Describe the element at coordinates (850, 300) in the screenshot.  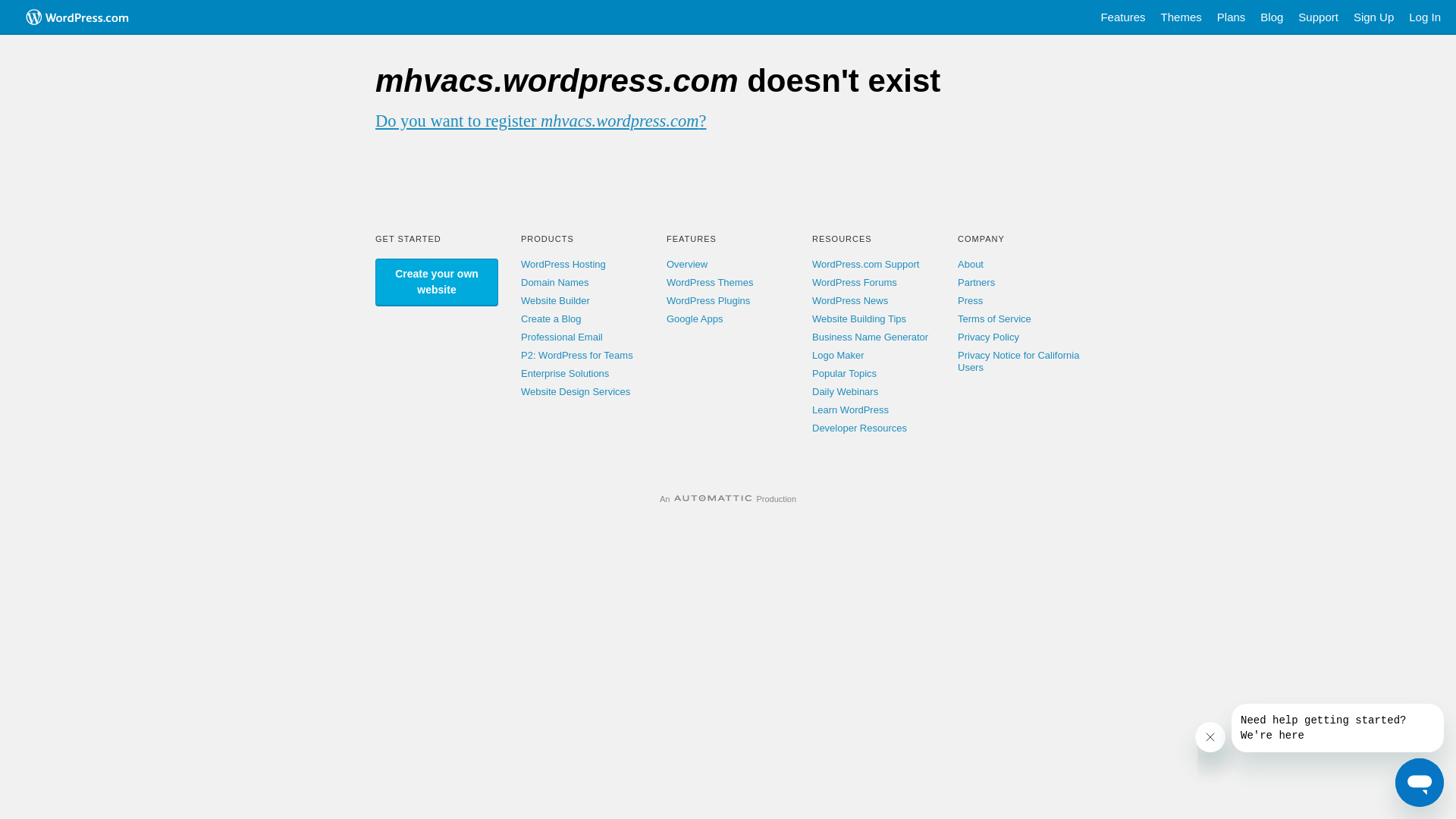
I see `'WordPress News'` at that location.